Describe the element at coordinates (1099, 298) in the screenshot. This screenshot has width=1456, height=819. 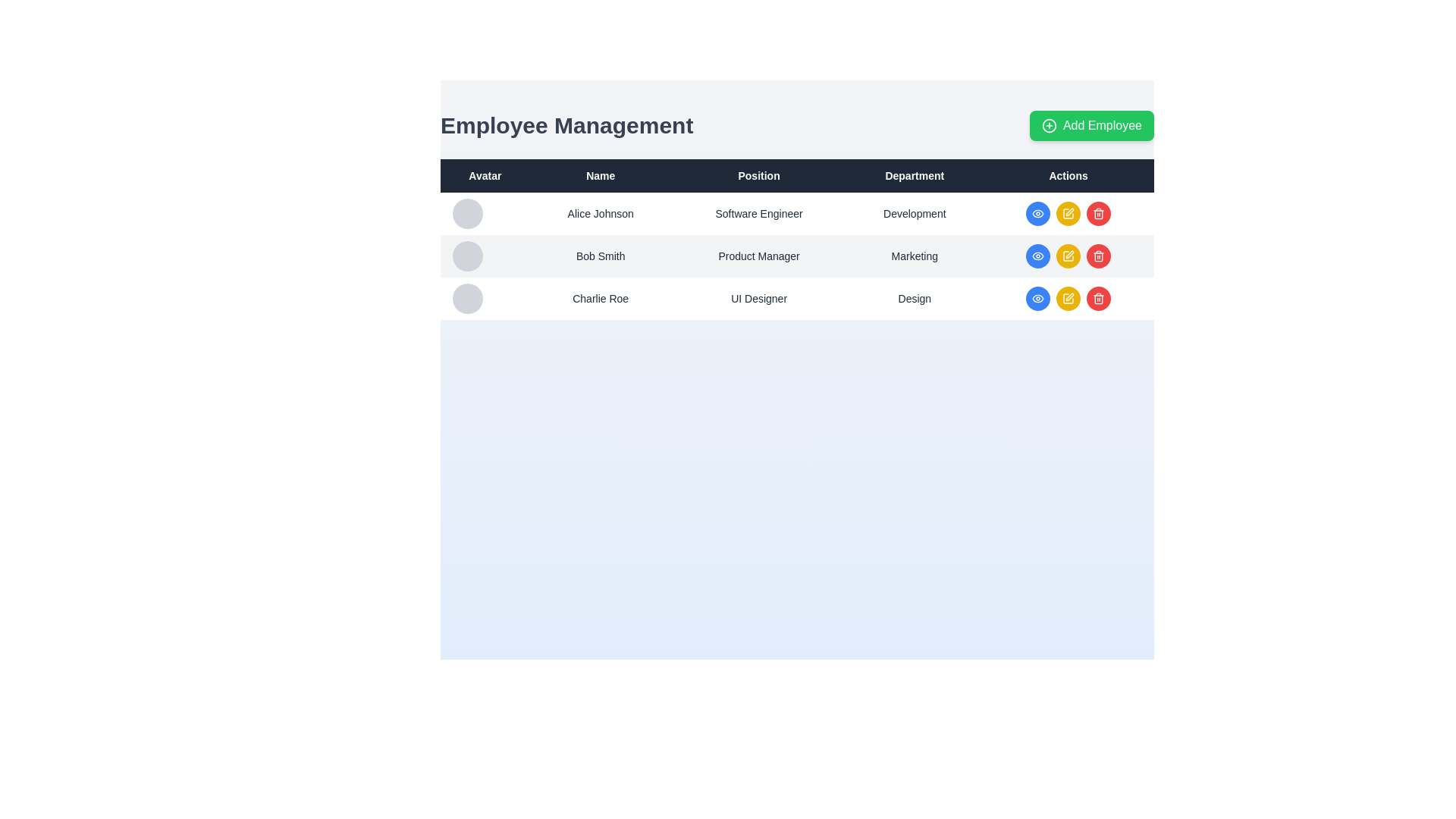
I see `the circular red button with a white trashcan icon to initiate a delete action` at that location.